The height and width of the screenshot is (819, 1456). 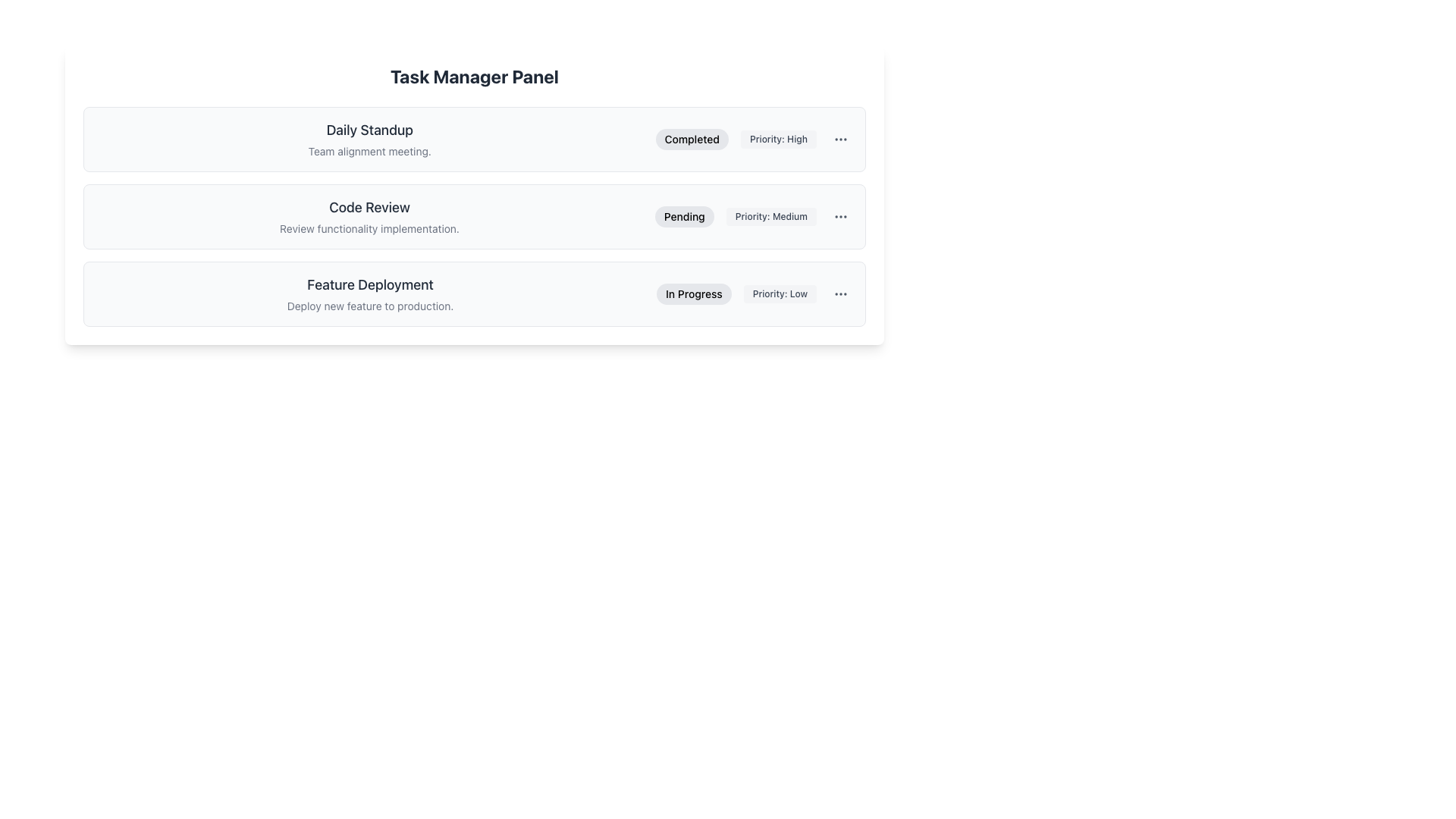 I want to click on the IconButton located to the far-right of the 'Code Review' task item, which displays options for edit, delete, or more details, so click(x=839, y=216).